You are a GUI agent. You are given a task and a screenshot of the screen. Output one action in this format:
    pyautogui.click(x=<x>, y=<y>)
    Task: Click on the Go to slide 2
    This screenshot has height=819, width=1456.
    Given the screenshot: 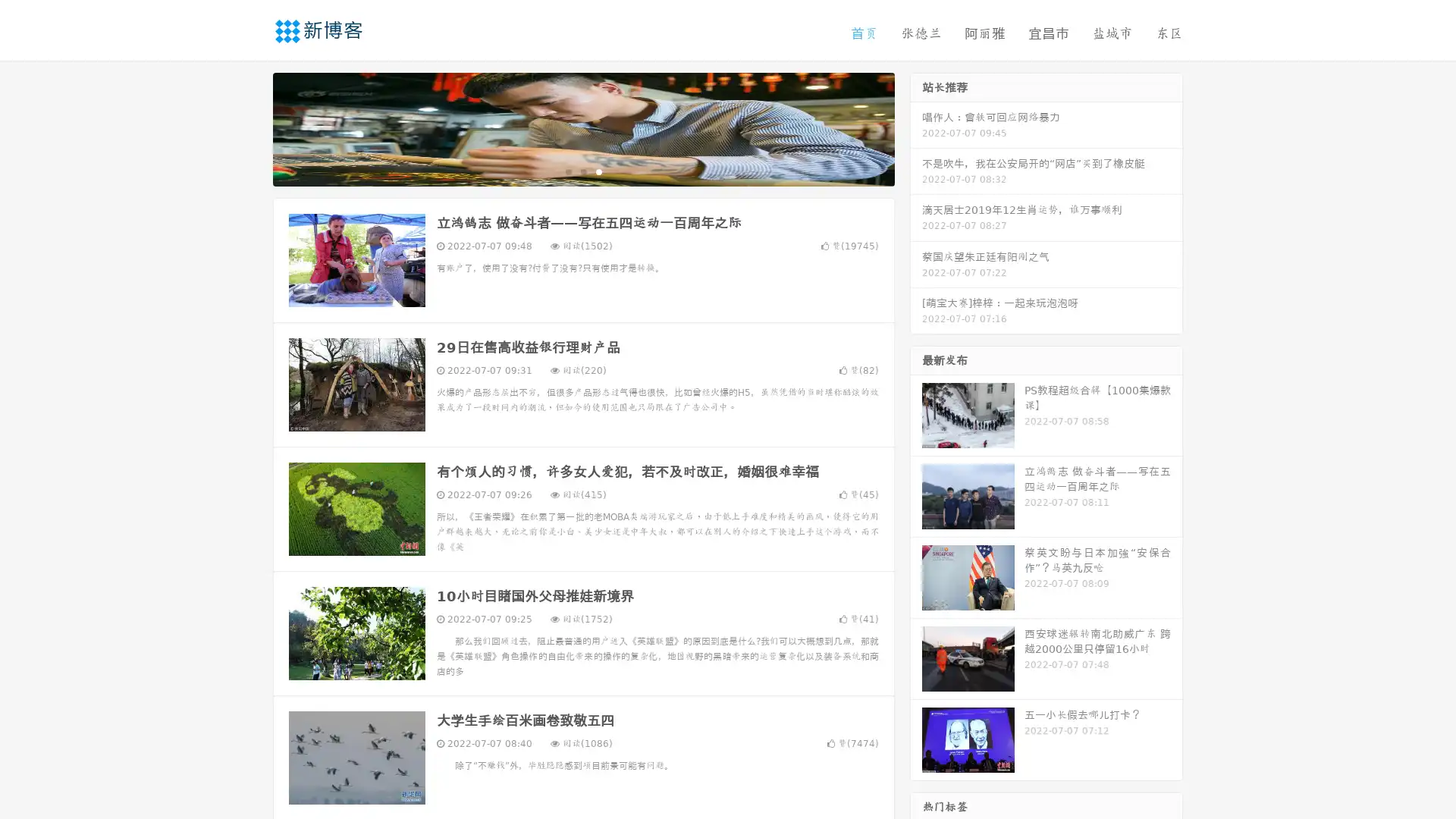 What is the action you would take?
    pyautogui.click(x=582, y=171)
    